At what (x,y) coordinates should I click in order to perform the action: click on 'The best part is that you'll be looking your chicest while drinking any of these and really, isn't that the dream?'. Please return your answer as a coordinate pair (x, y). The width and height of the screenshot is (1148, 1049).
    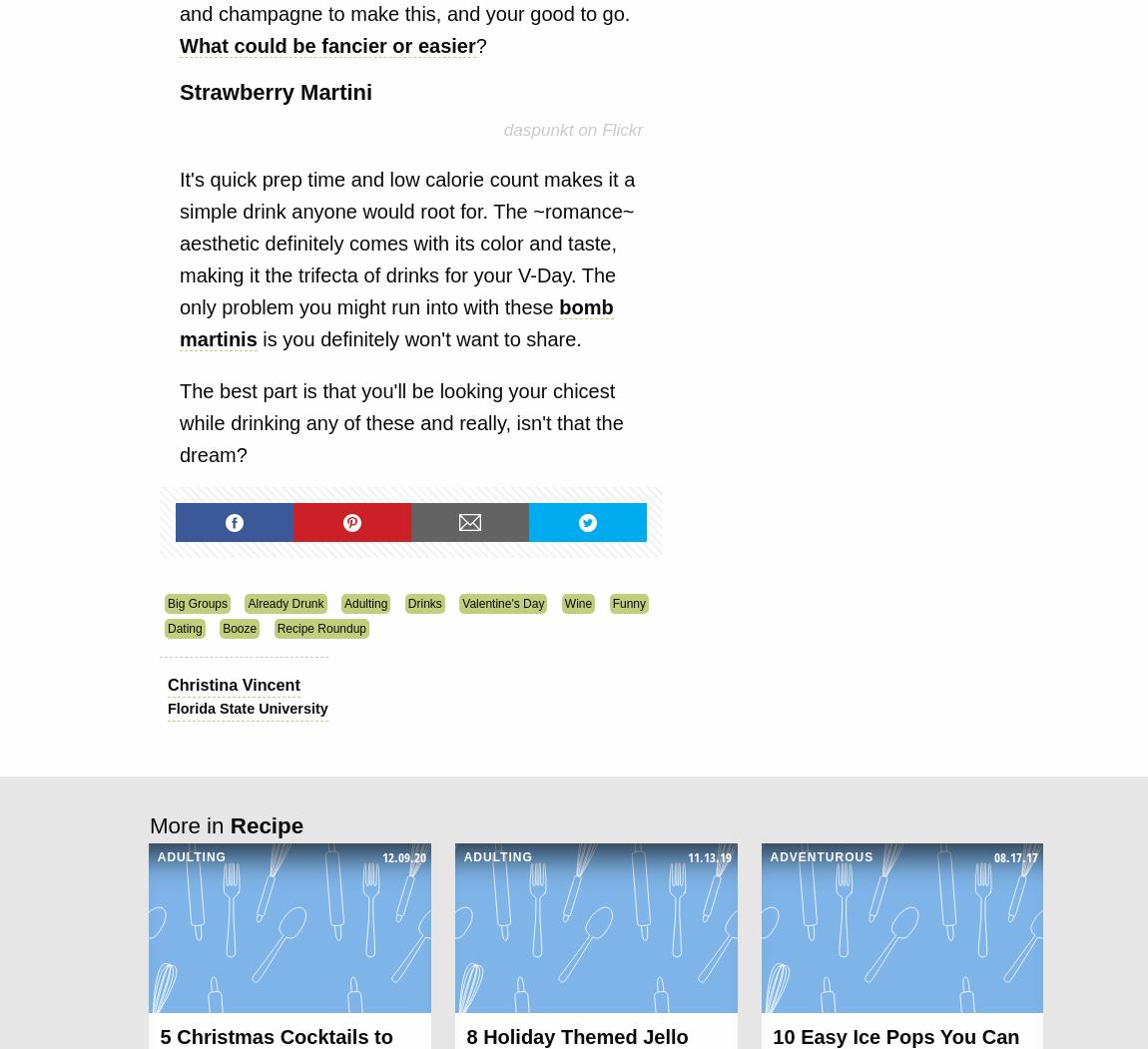
    Looking at the image, I should click on (401, 422).